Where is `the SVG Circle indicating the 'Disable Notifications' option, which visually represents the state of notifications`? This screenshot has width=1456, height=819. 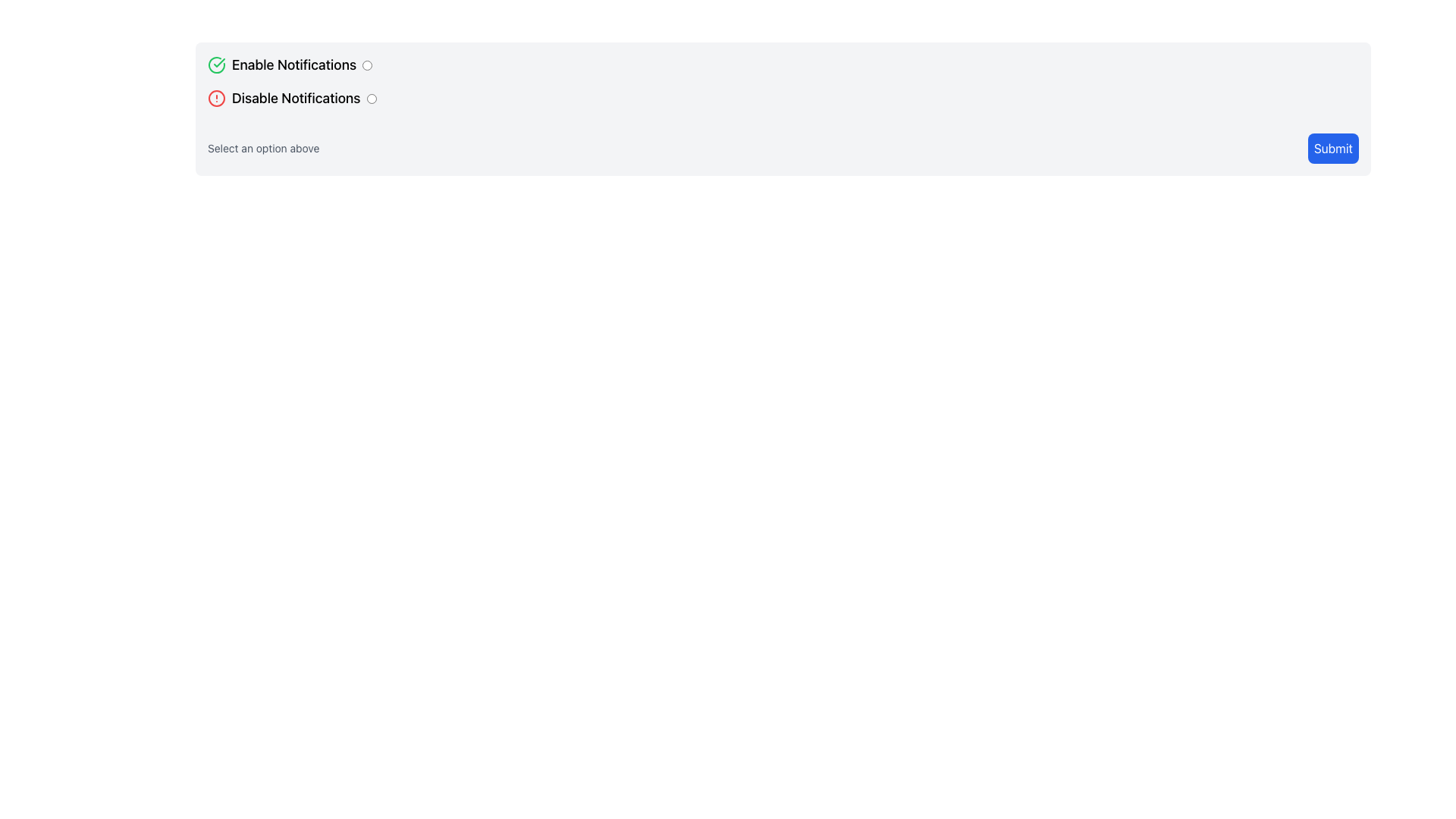
the SVG Circle indicating the 'Disable Notifications' option, which visually represents the state of notifications is located at coordinates (216, 99).